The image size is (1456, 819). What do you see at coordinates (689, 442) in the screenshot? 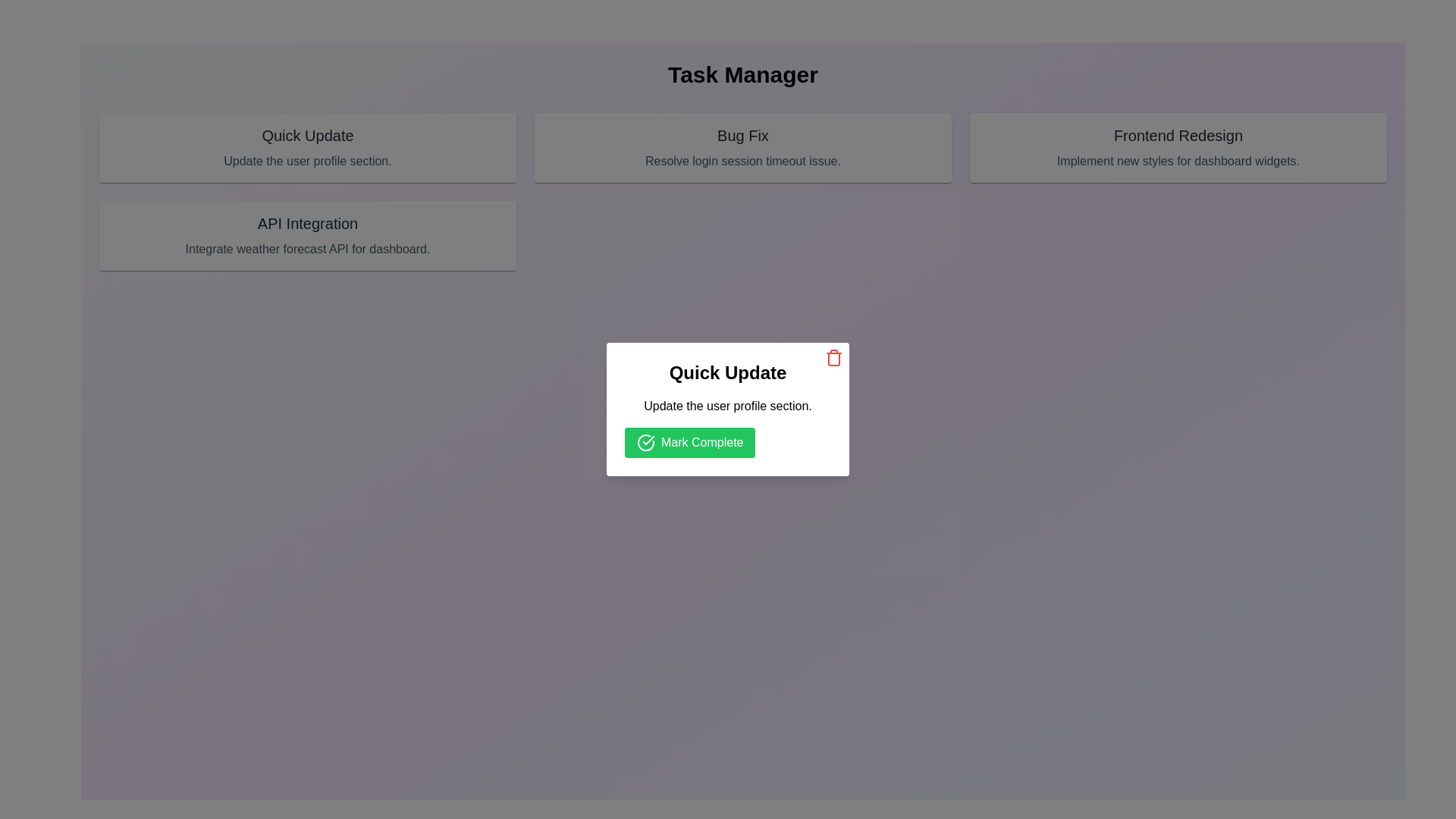
I see `the green 'Mark Complete' button with a white checkmark icon located in the 'Quick Update' modal` at bounding box center [689, 442].